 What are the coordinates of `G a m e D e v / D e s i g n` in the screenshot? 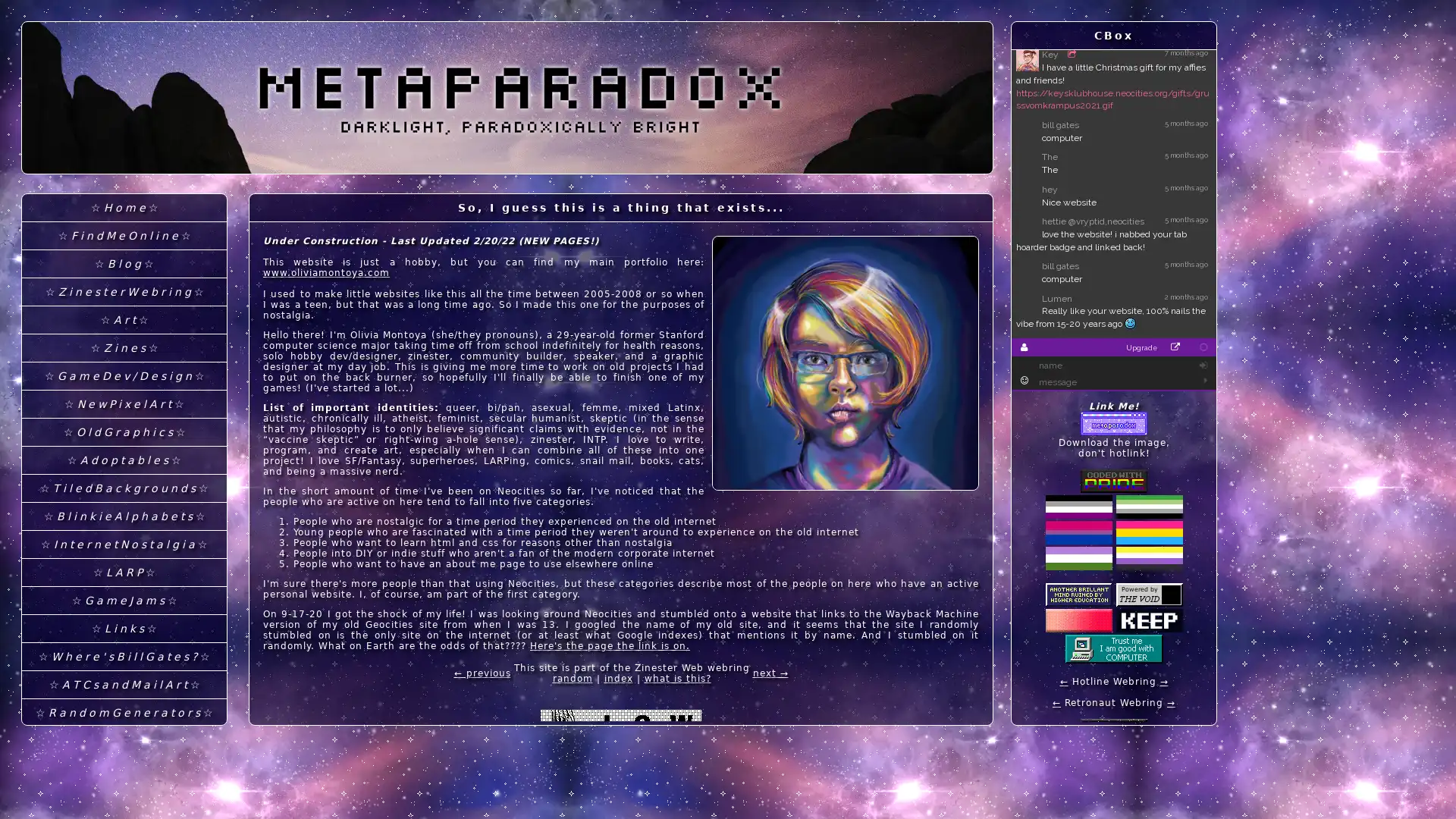 It's located at (124, 375).